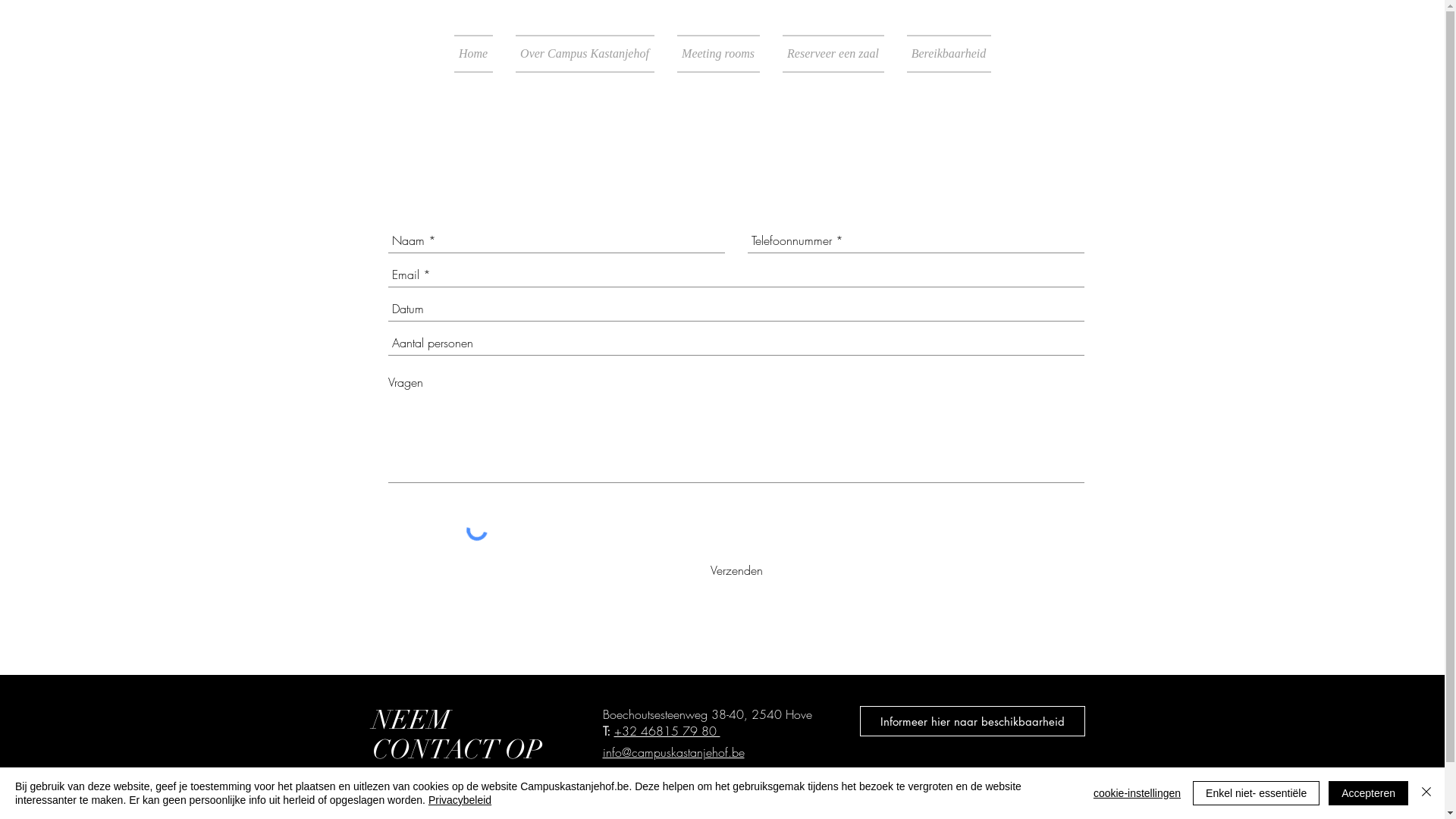 Image resolution: width=1456 pixels, height=819 pixels. What do you see at coordinates (459, 799) in the screenshot?
I see `'Privacybeleid'` at bounding box center [459, 799].